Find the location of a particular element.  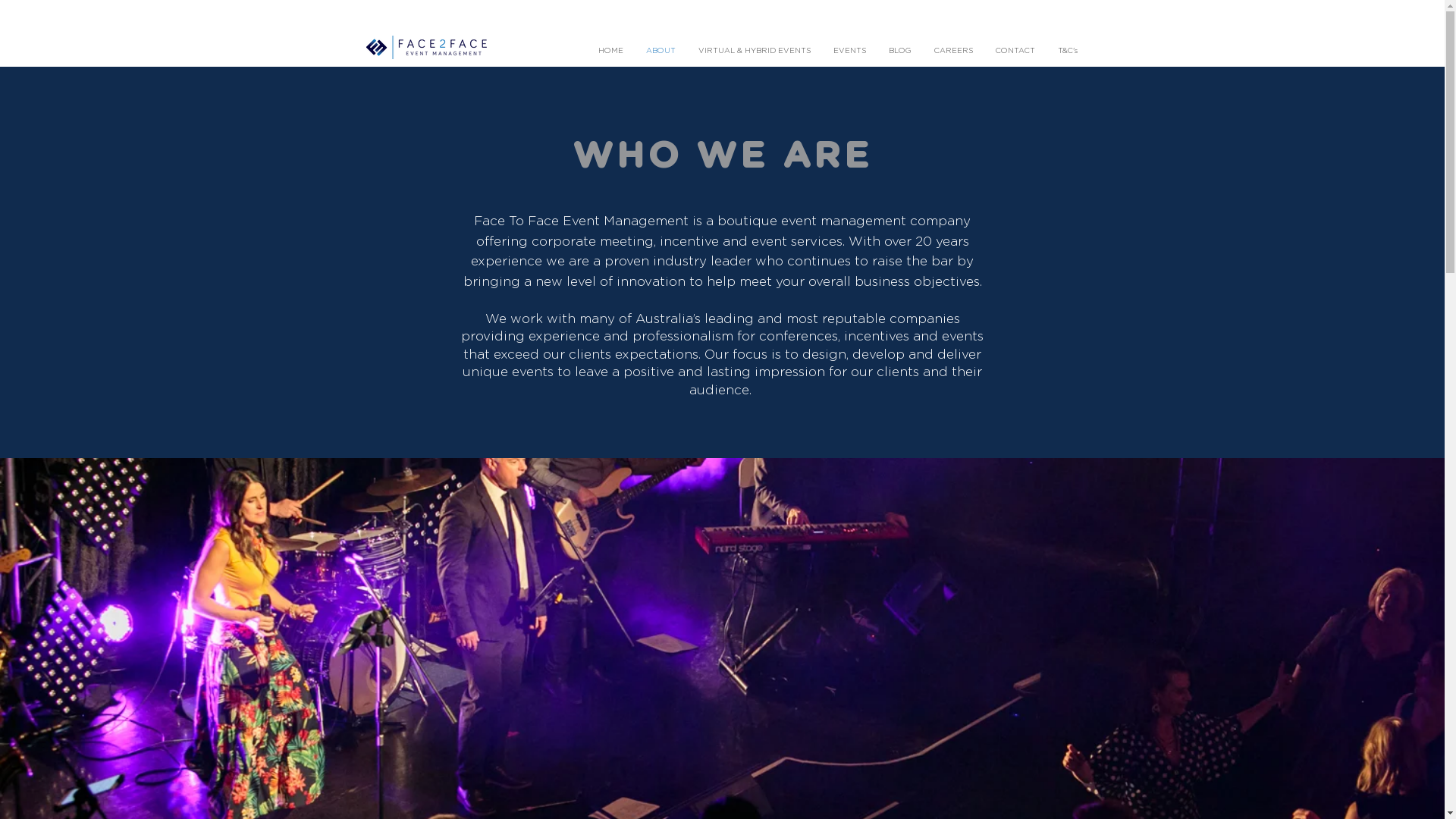

'VIRTUAL & HYBRID EVENTS' is located at coordinates (754, 50).